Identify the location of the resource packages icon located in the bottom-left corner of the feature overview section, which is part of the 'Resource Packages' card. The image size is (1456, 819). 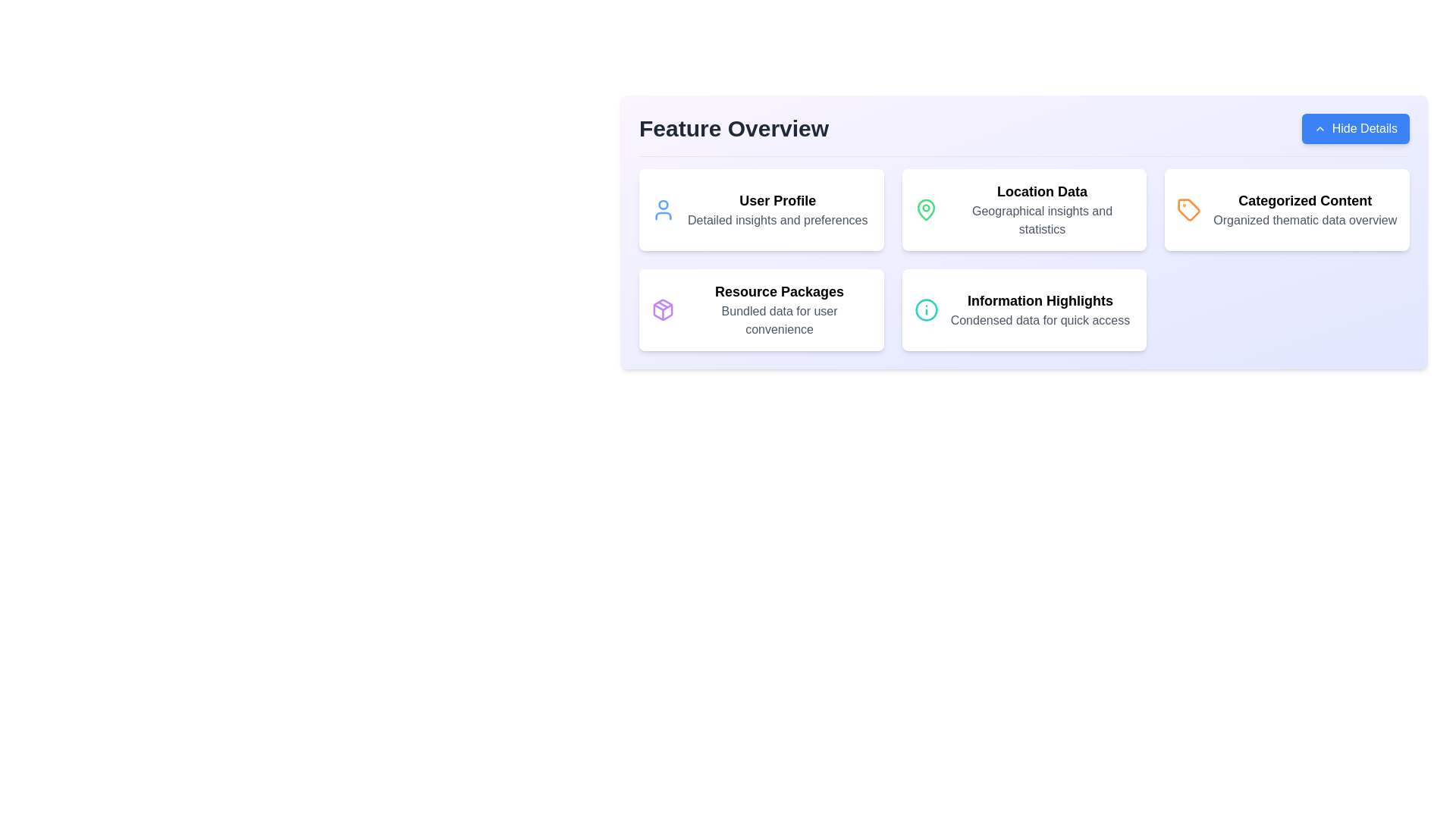
(663, 309).